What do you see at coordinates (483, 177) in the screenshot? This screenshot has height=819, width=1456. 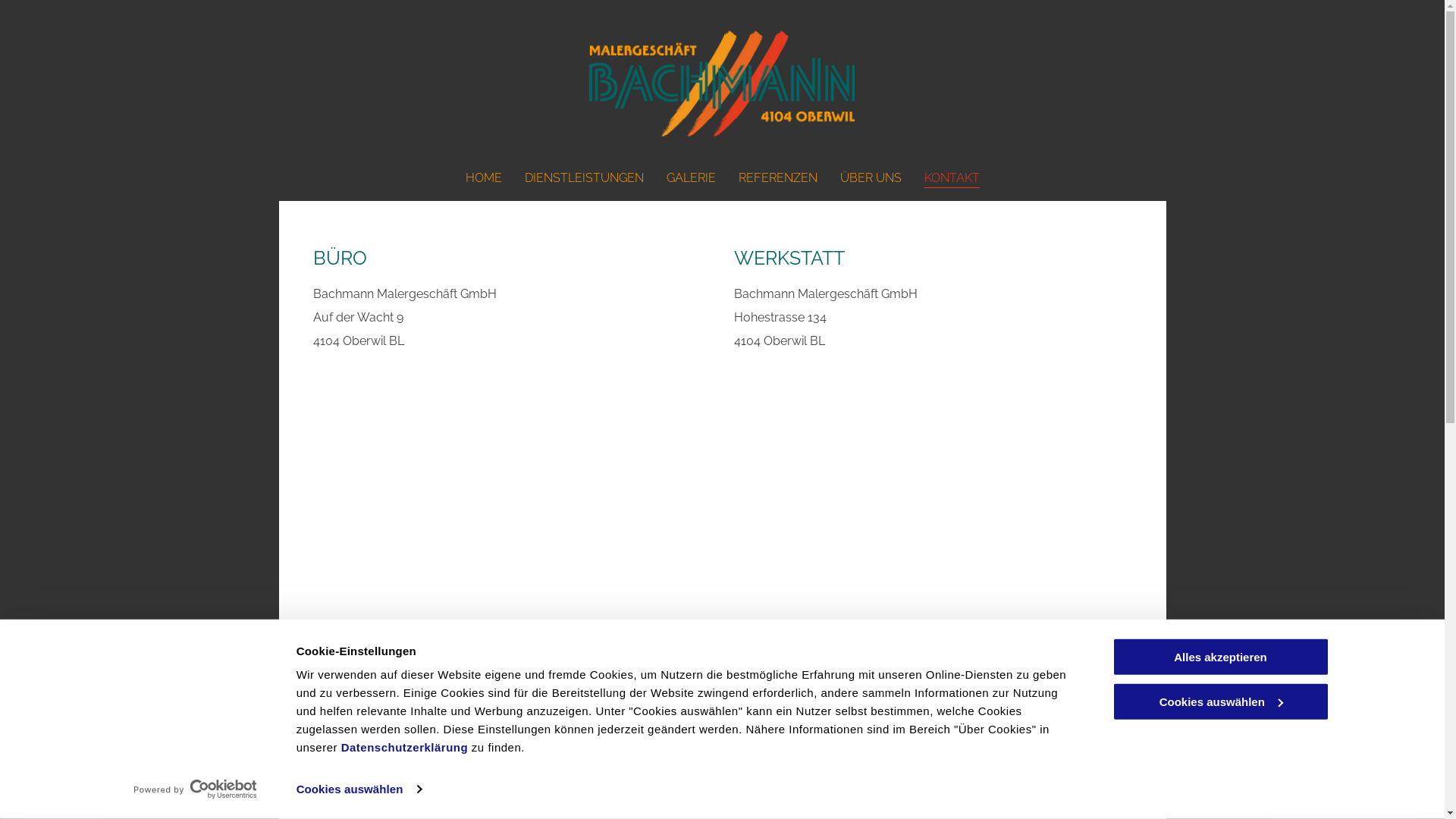 I see `'HOME'` at bounding box center [483, 177].